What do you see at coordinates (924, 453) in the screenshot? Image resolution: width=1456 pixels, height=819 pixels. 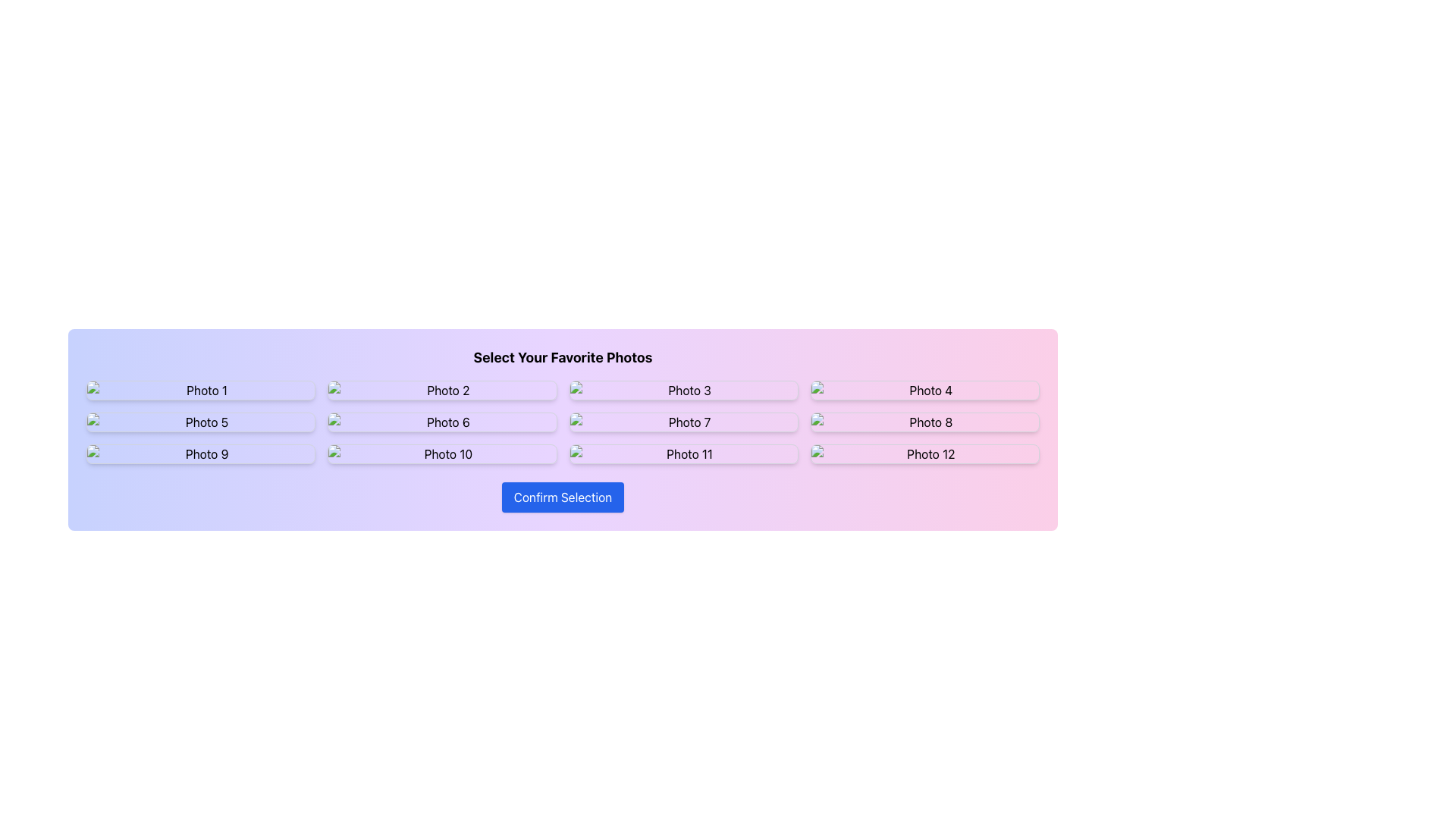 I see `to select the Interactive List Item labeled 'Photo 12', which is the fourth item in the fourth row of the grid layout, located above the 'Confirm Selection' button` at bounding box center [924, 453].